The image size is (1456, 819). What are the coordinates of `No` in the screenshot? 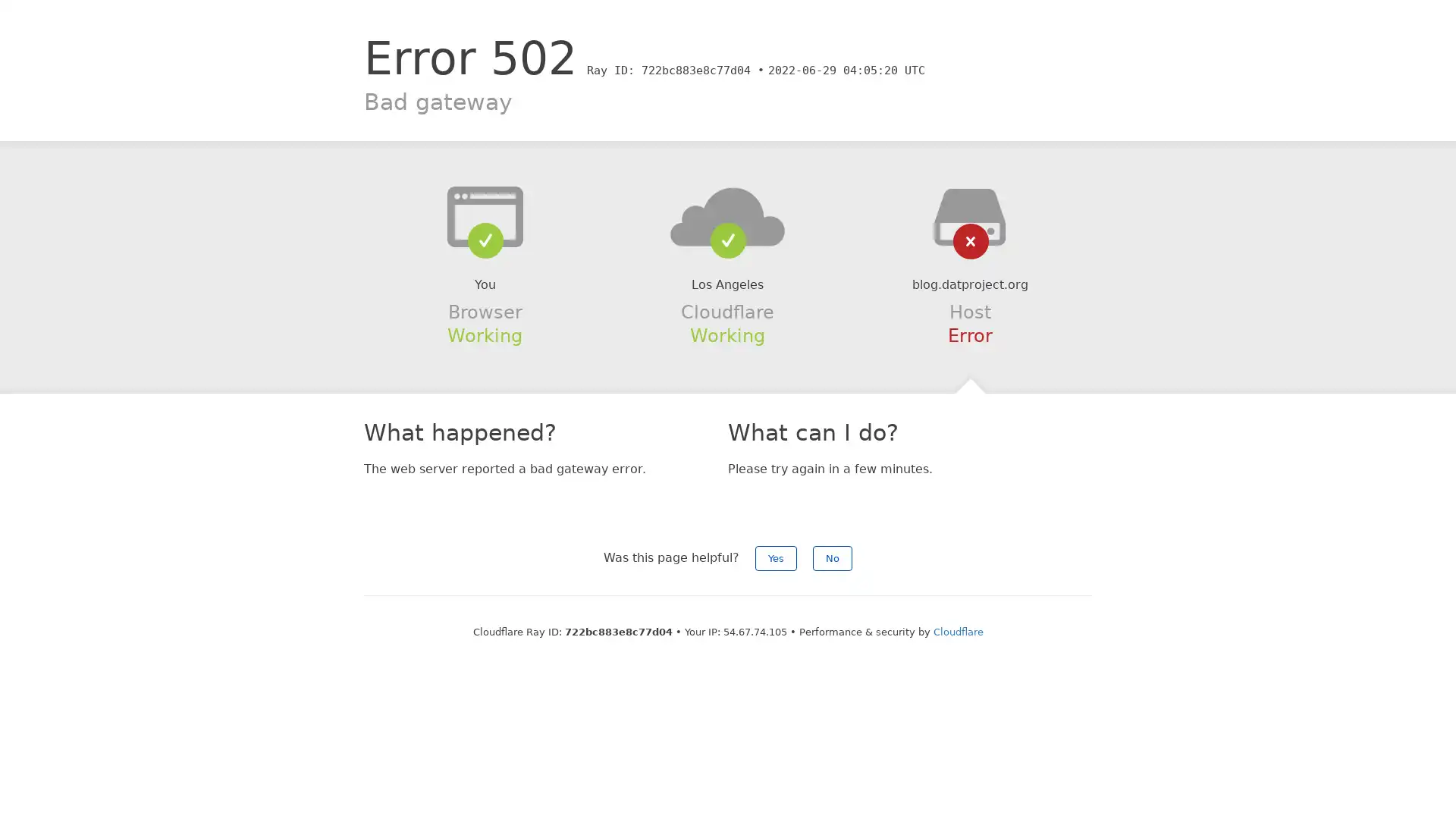 It's located at (832, 558).